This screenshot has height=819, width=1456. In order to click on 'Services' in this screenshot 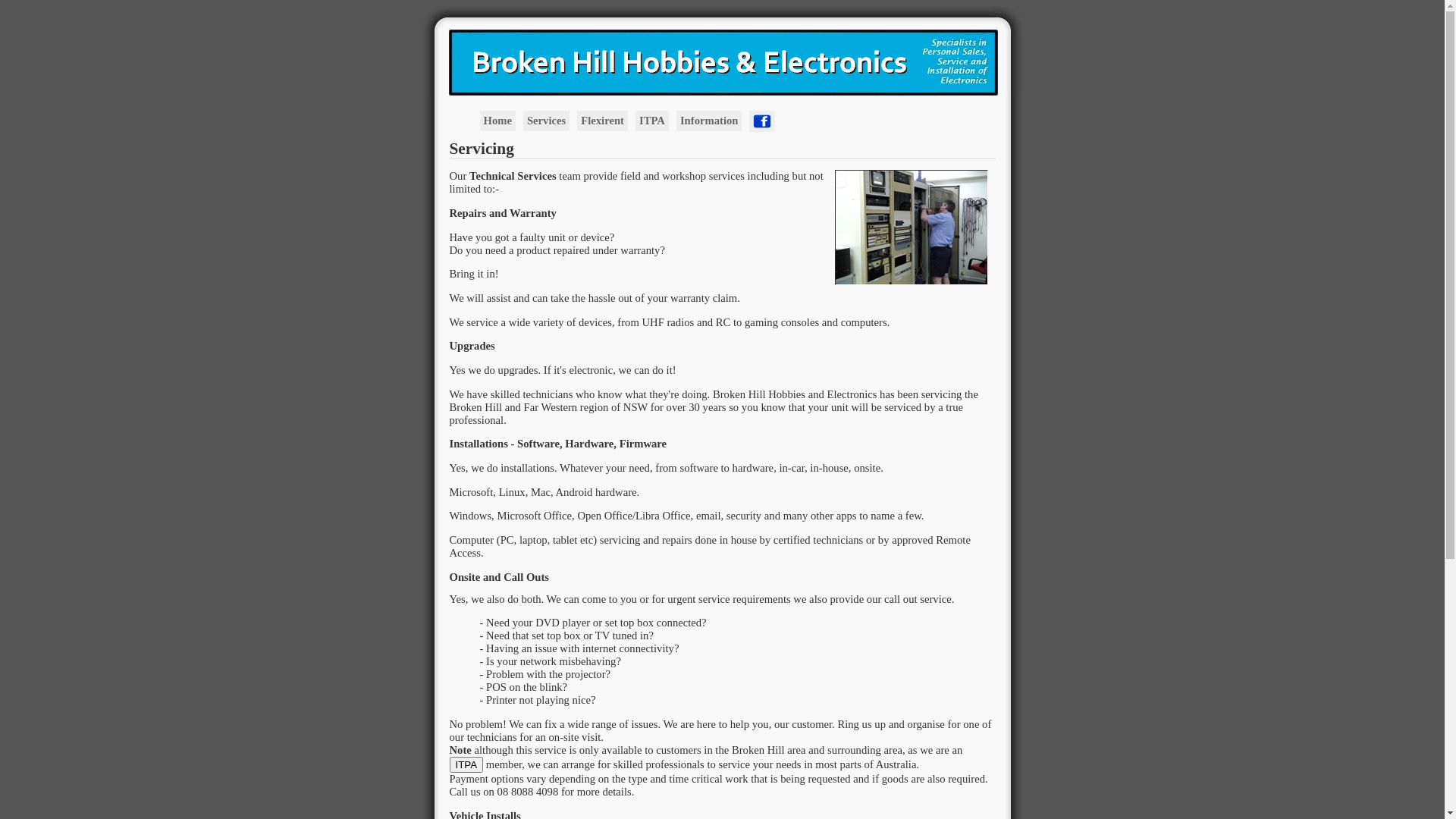, I will do `click(523, 120)`.